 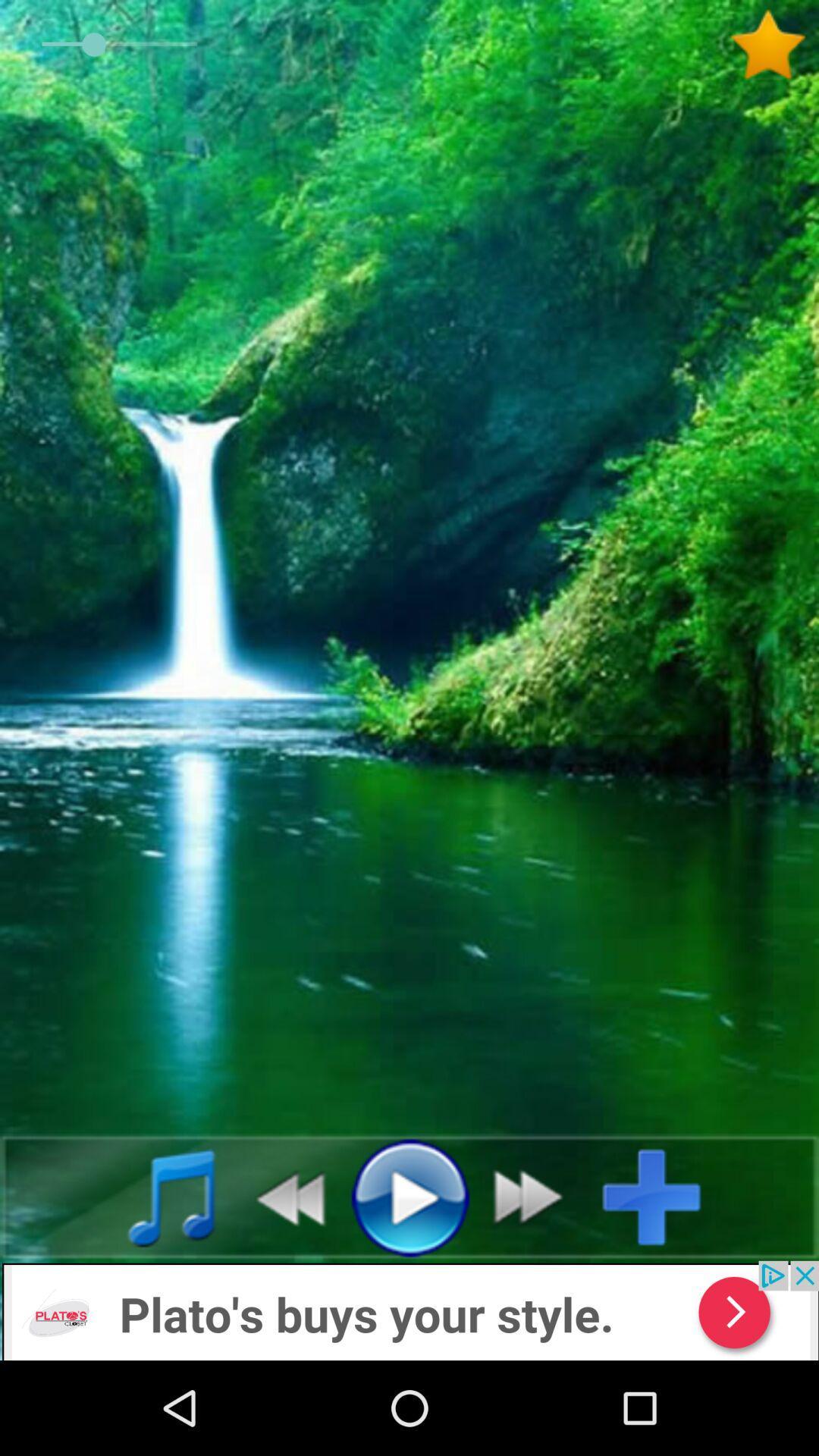 I want to click on rewind, so click(x=281, y=1196).